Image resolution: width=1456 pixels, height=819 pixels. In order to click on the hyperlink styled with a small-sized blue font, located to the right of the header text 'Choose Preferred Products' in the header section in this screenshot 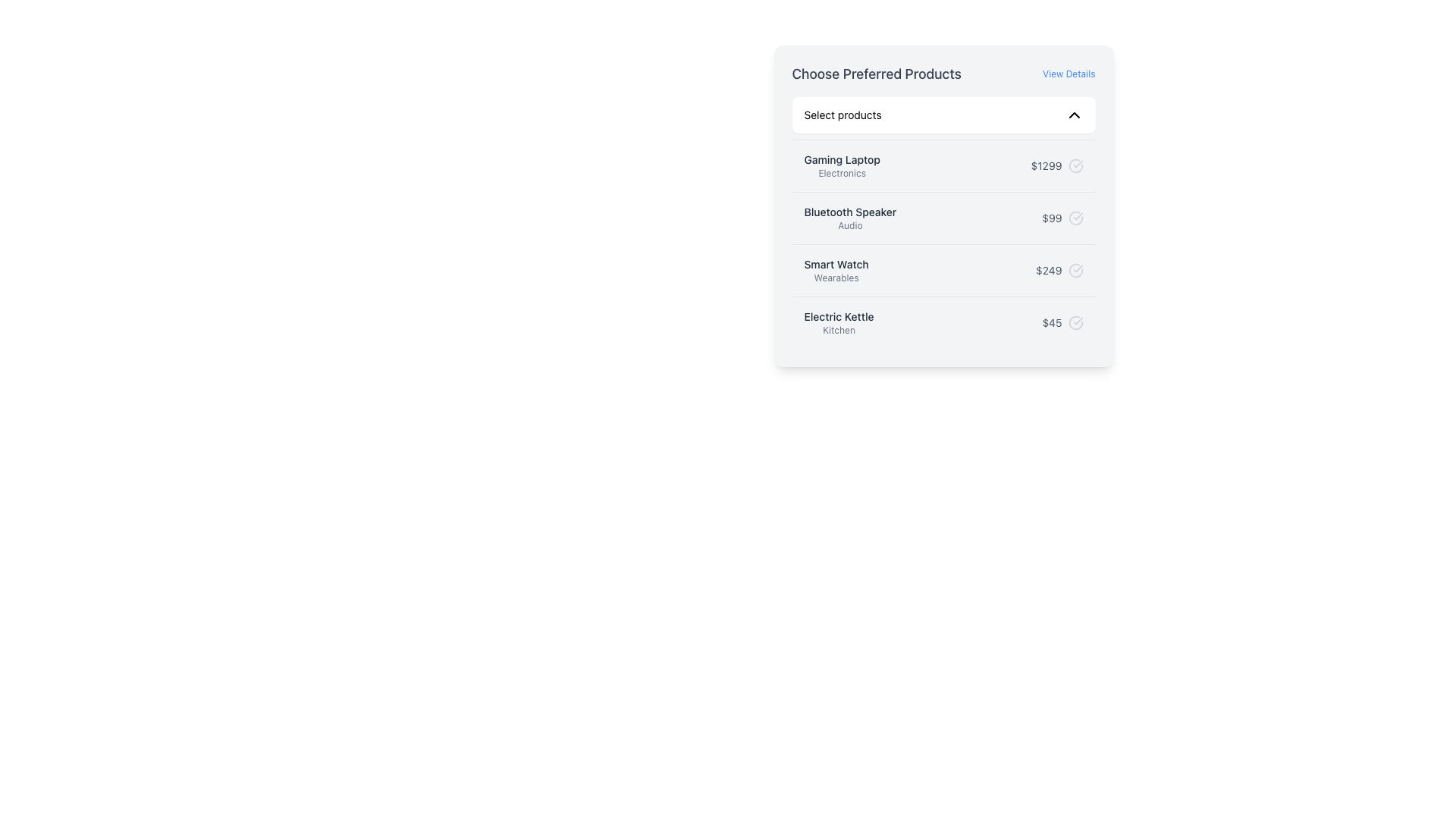, I will do `click(1068, 74)`.